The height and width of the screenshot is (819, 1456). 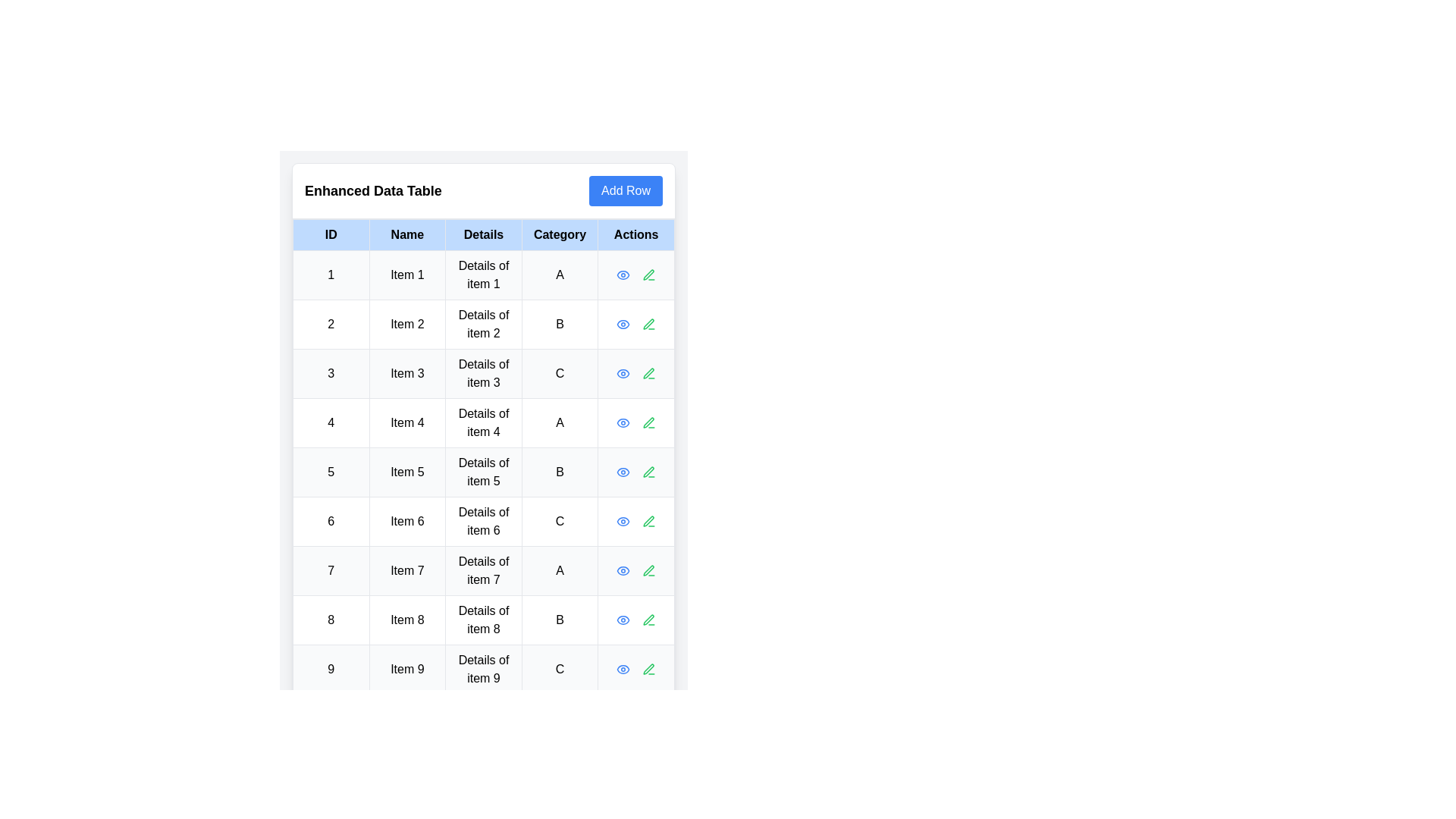 What do you see at coordinates (649, 520) in the screenshot?
I see `the 'edit' button located in the 'Actions' column of the row labeled '6' in the table` at bounding box center [649, 520].